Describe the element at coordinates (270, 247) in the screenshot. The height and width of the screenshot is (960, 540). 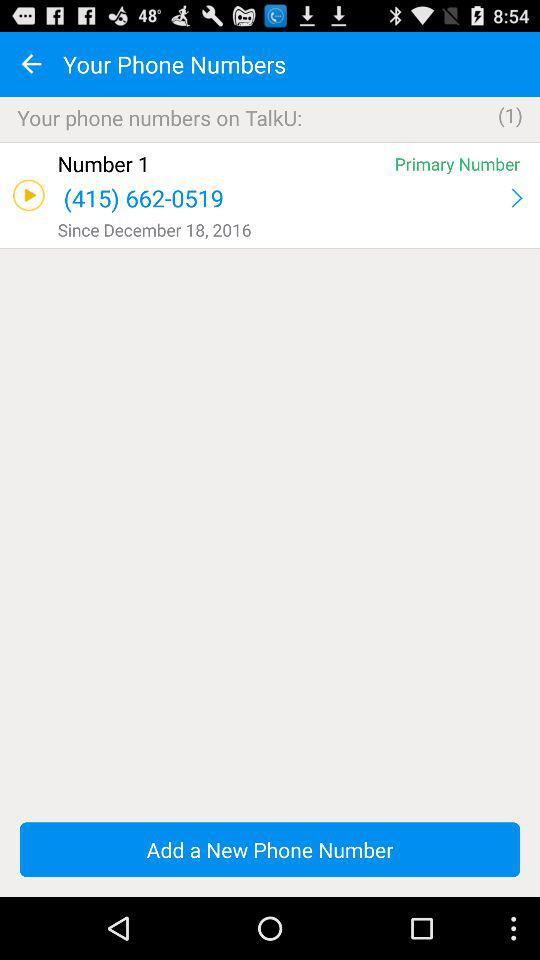
I see `the app below the since december 18 icon` at that location.